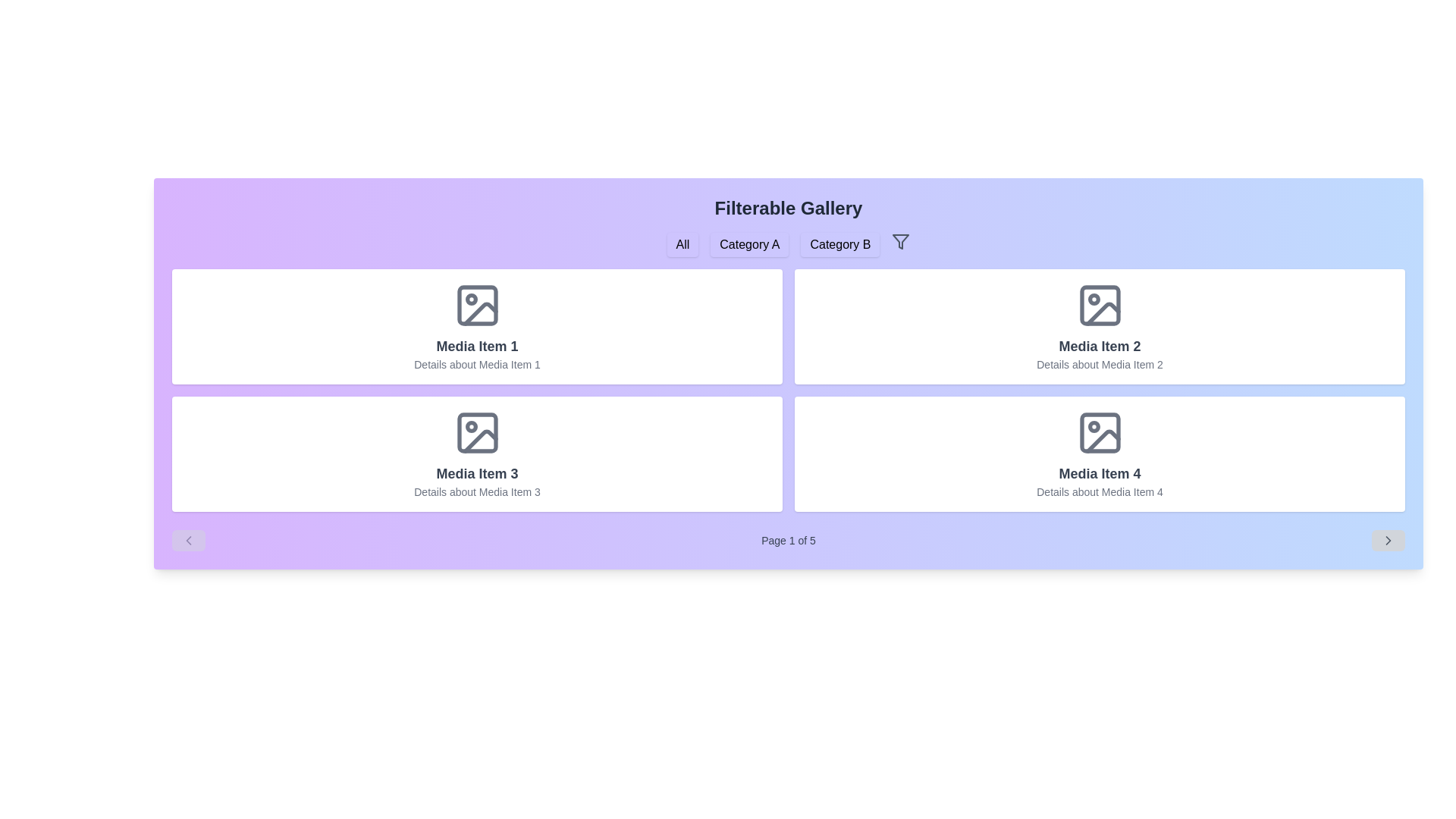 This screenshot has width=1456, height=819. I want to click on the 'Category A' button in the Interactive menu bar located below the title 'Filterable Gallery' to filter the gallery items by Category A, so click(789, 244).